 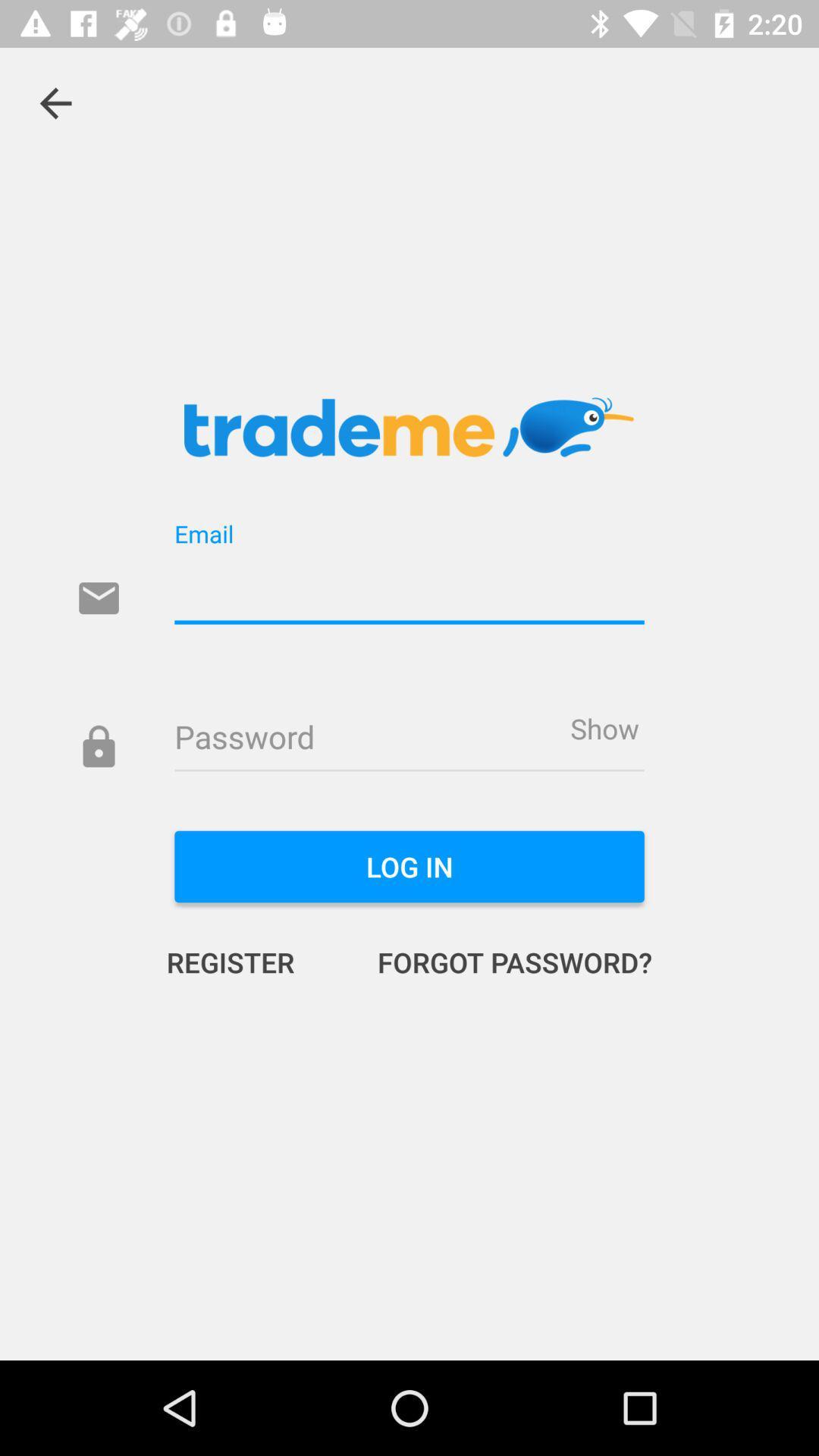 I want to click on register item, so click(x=246, y=961).